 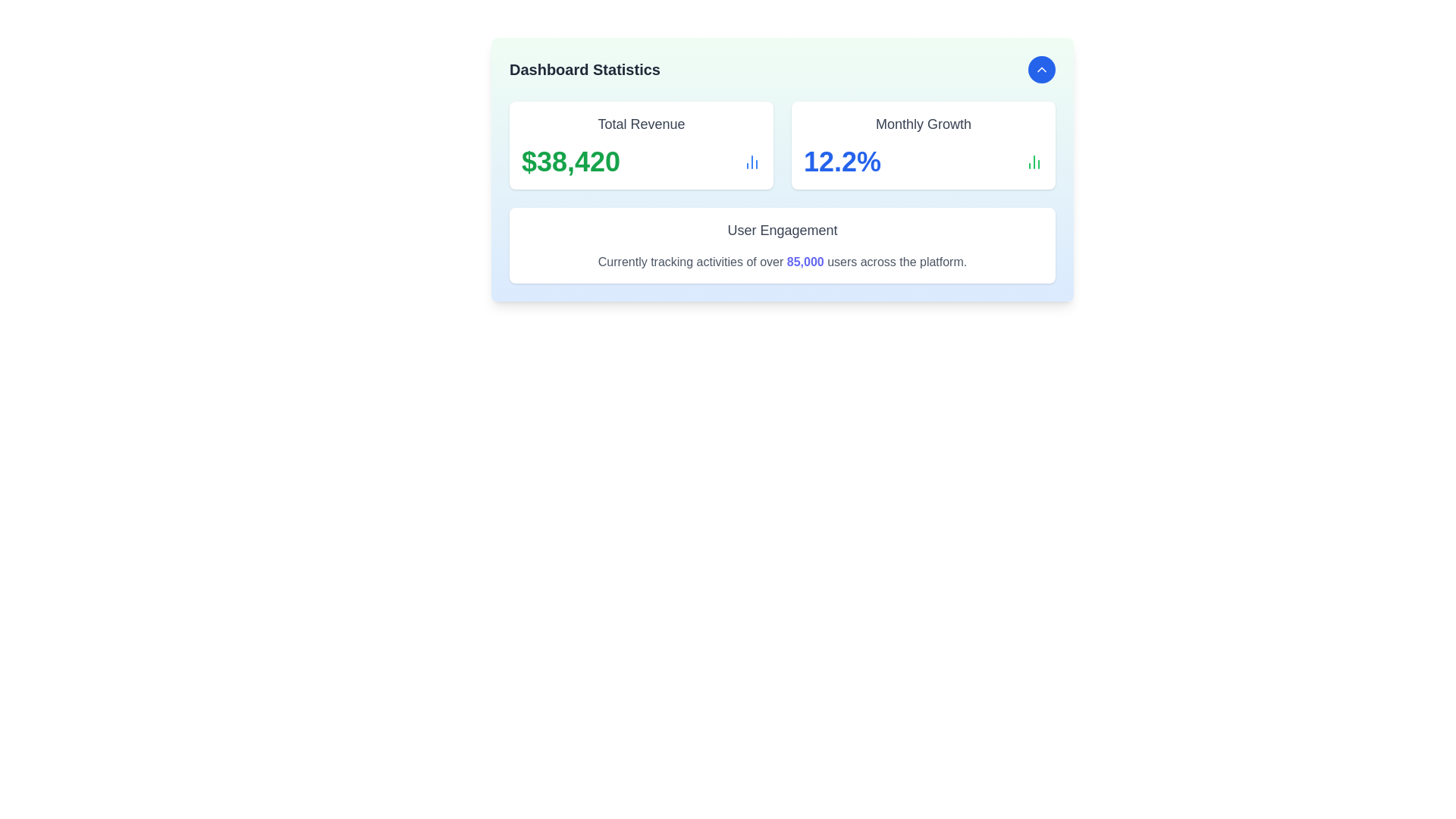 What do you see at coordinates (641, 124) in the screenshot?
I see `the 'Total Revenue' text label, which is a bold, medium-sized gray font located above the revenue amount in the upper-left area of the dashboard` at bounding box center [641, 124].